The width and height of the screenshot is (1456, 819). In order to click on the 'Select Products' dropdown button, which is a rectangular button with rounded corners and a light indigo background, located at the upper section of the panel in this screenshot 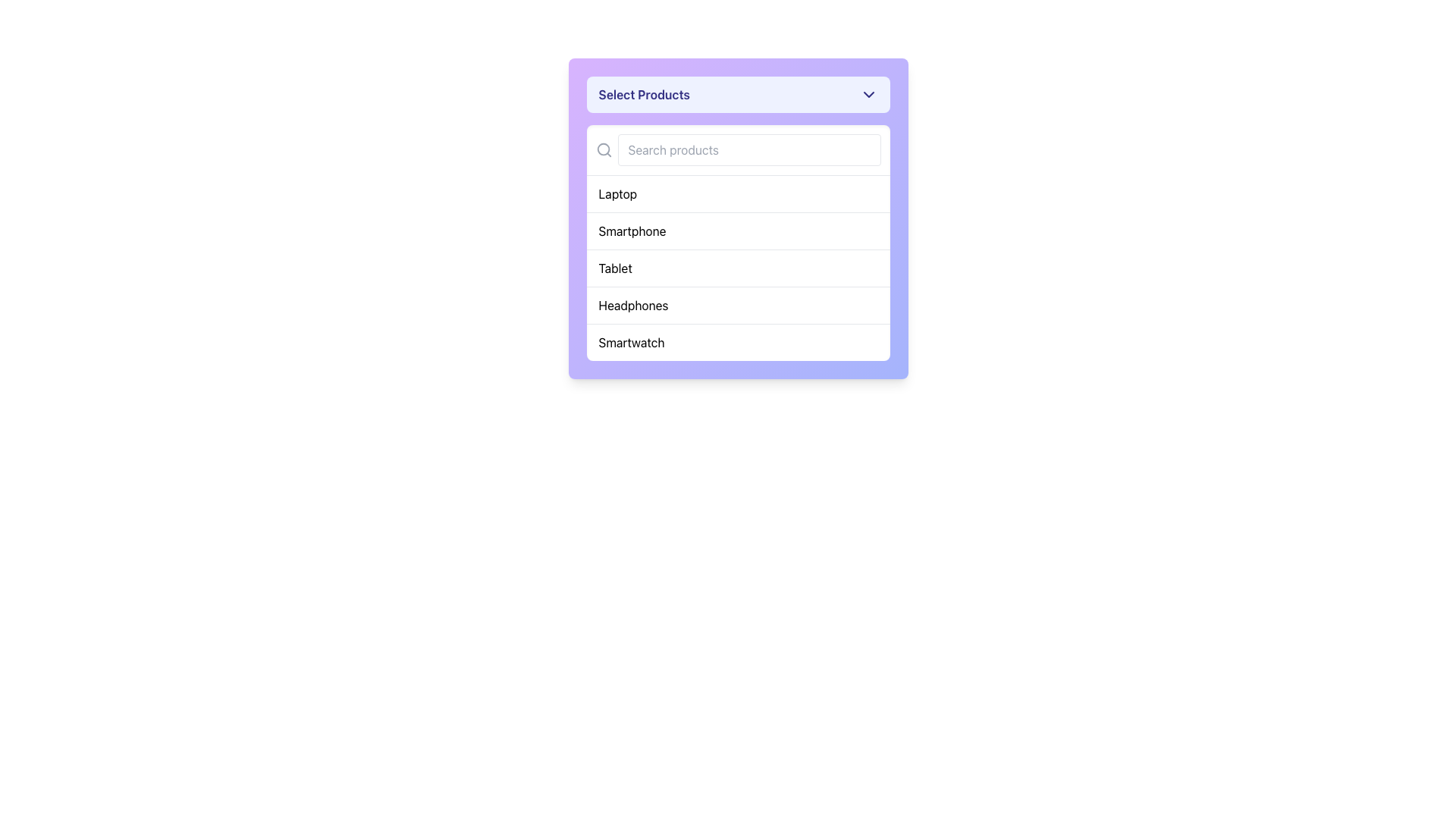, I will do `click(738, 94)`.